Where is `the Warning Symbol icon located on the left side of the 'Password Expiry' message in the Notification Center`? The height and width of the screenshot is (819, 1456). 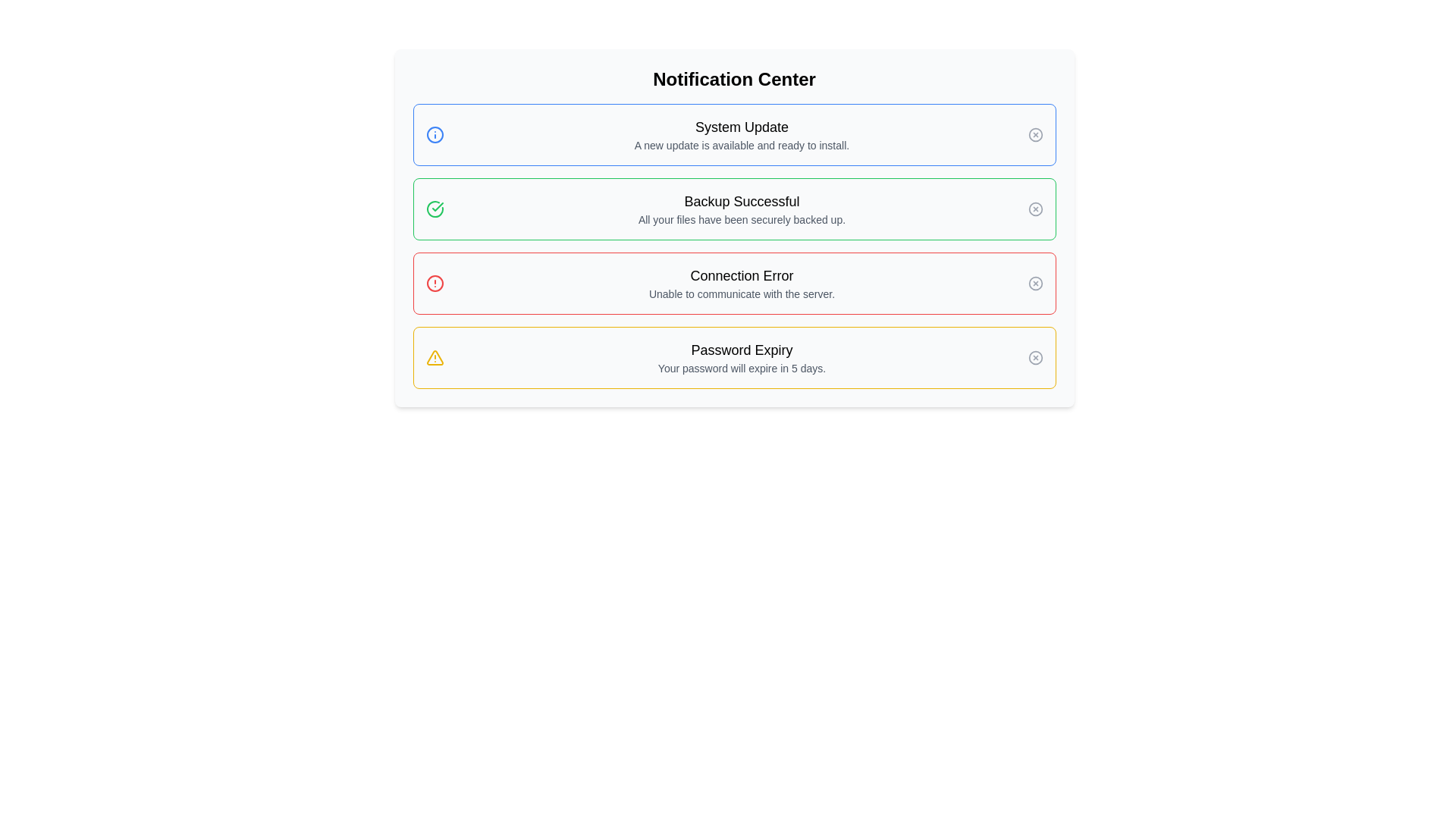
the Warning Symbol icon located on the left side of the 'Password Expiry' message in the Notification Center is located at coordinates (434, 357).